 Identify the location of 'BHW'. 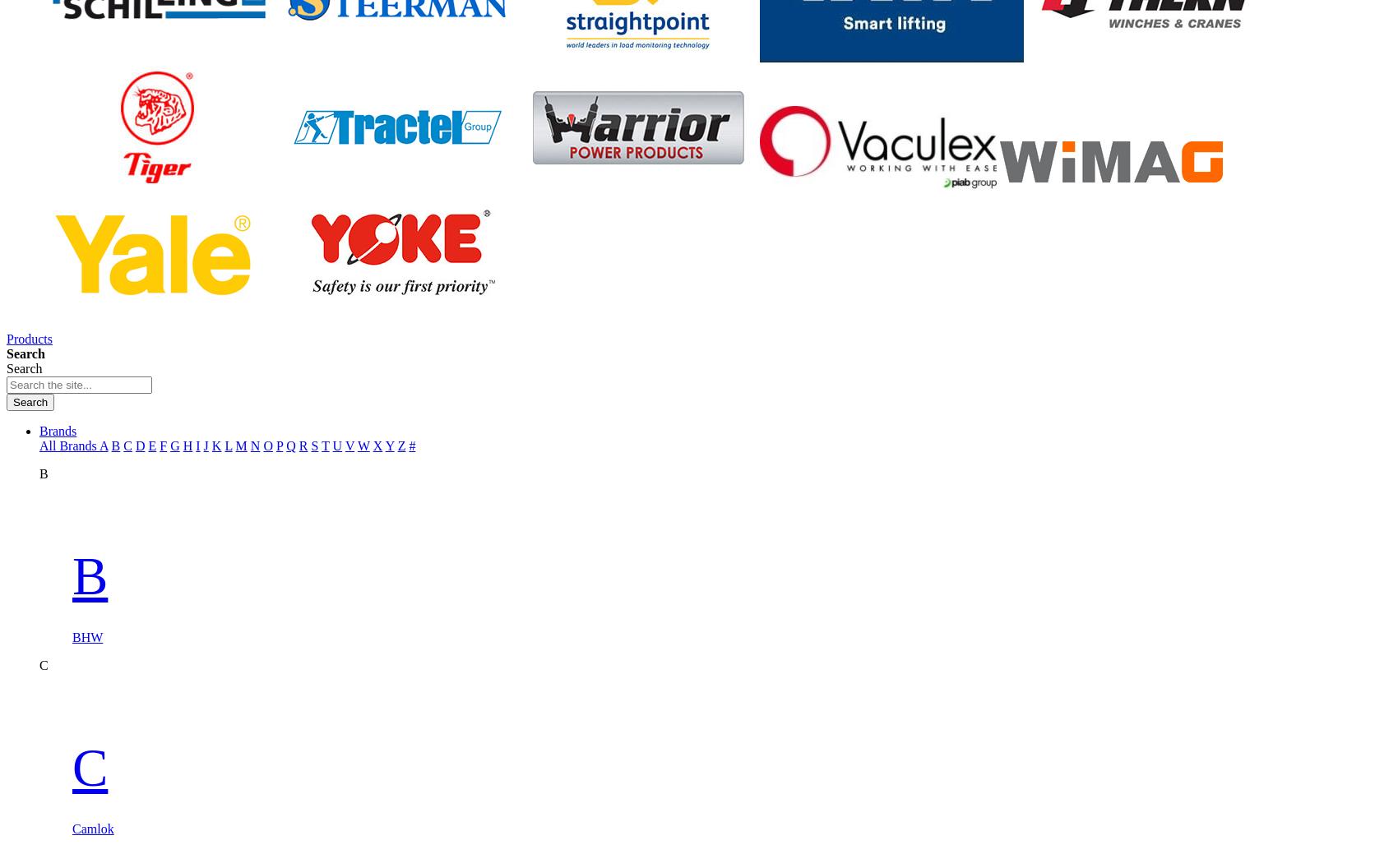
(87, 635).